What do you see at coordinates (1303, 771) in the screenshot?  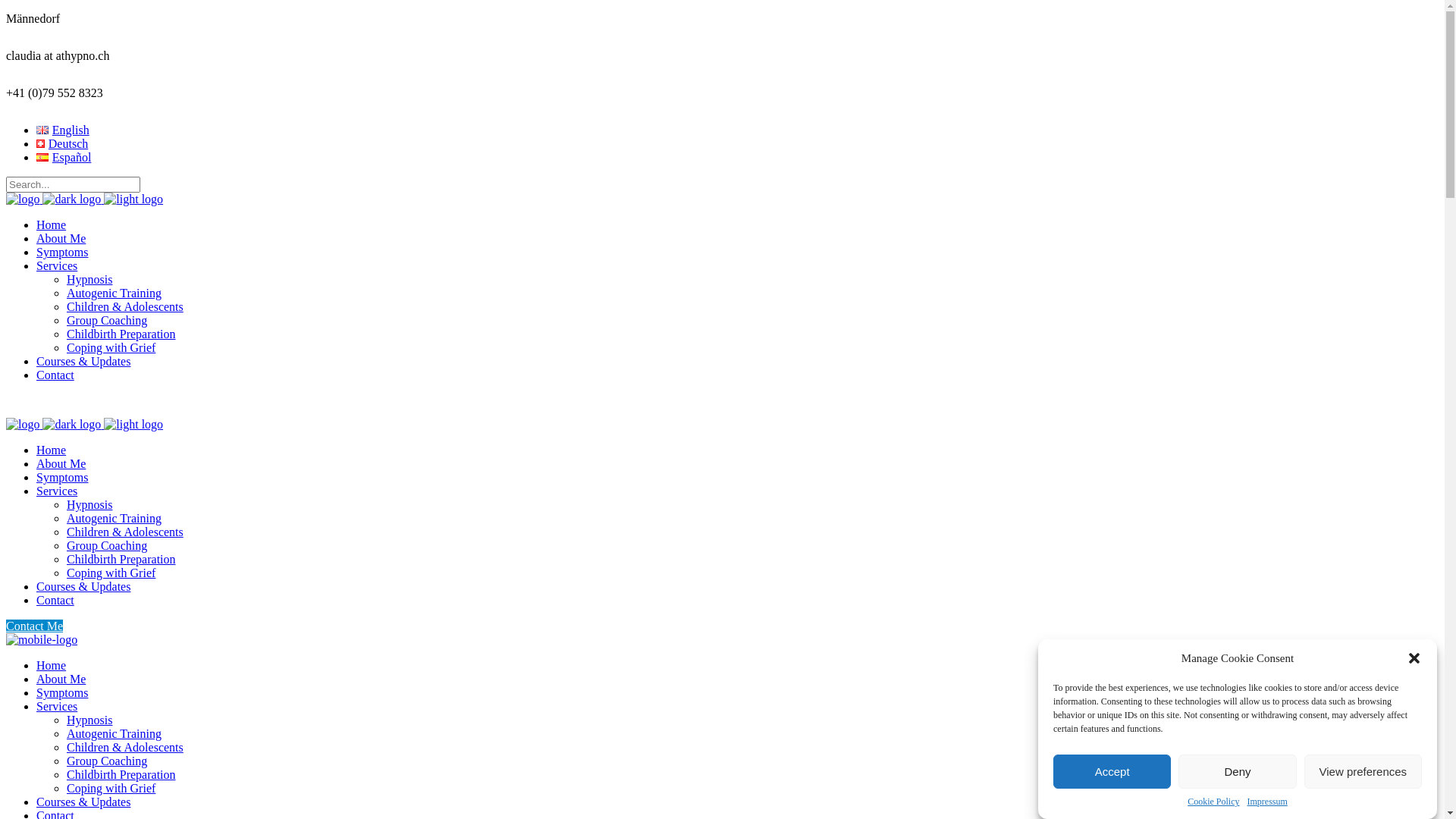 I see `'View preferences'` at bounding box center [1303, 771].